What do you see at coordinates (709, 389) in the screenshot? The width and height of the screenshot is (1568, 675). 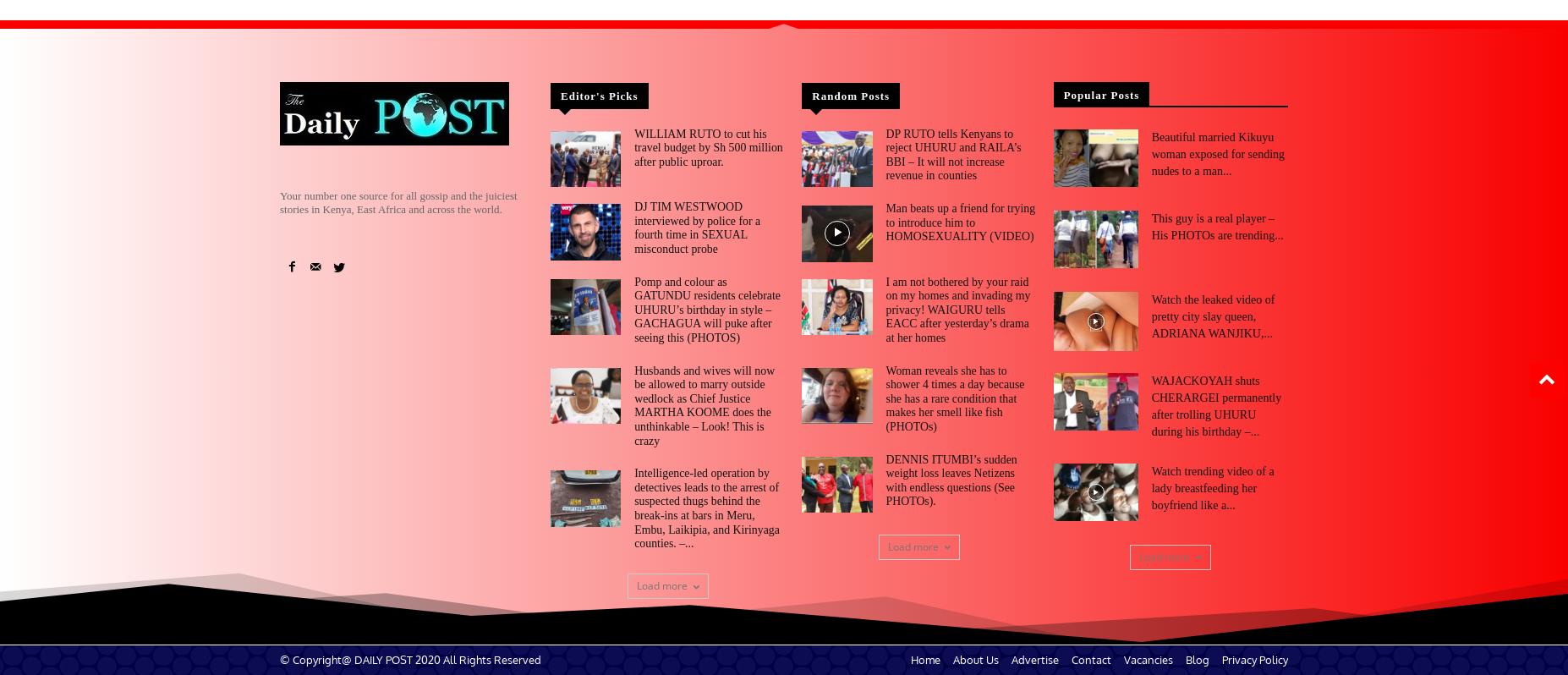 I see `'Husbands and wives will now be allowed to marry outside wedlock as Chief Justice MARTHA KOOME does the unthinkable – Look! This is crazy'` at bounding box center [709, 389].